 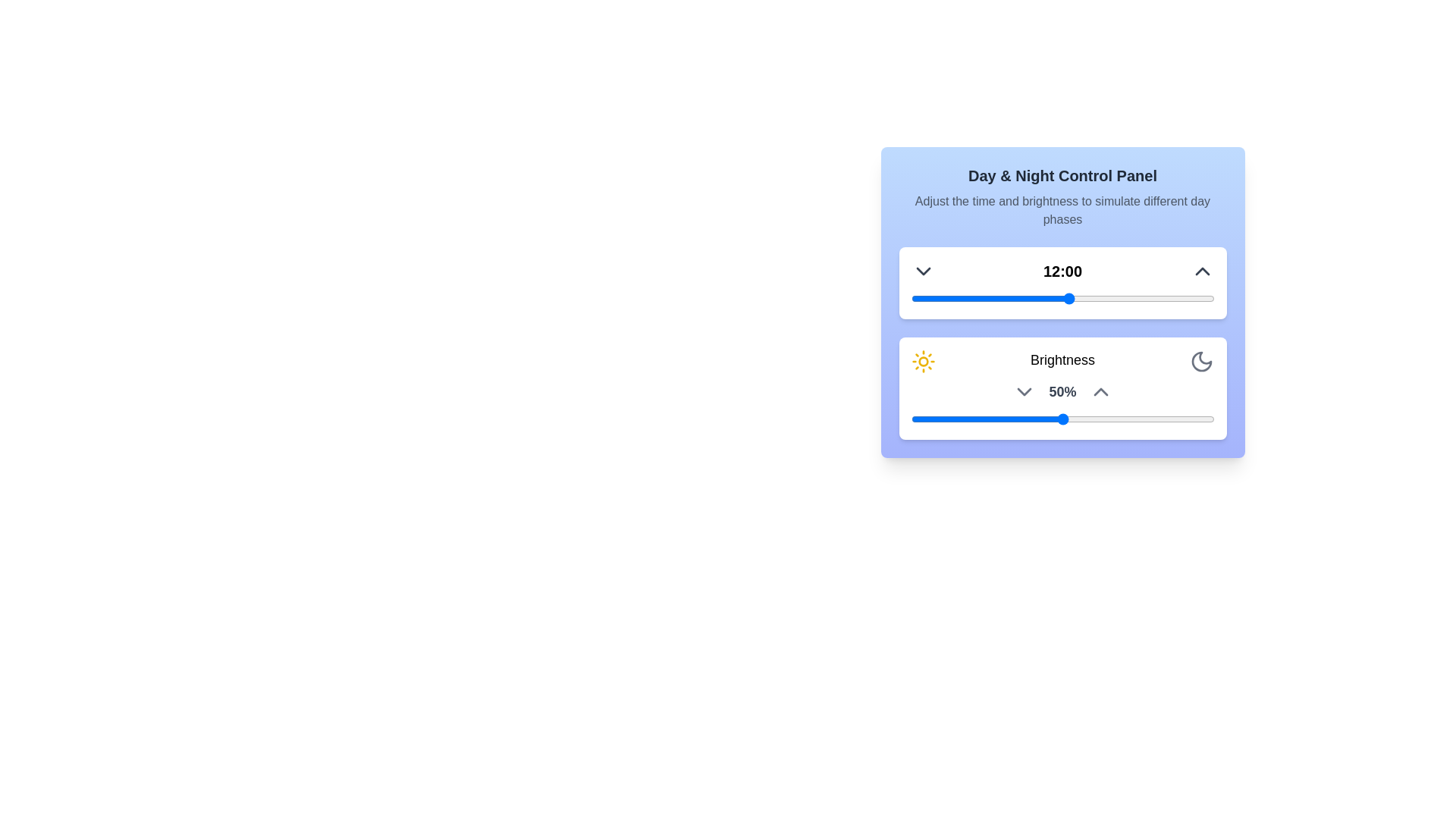 What do you see at coordinates (1062, 271) in the screenshot?
I see `the static text label displaying '12:00' in bold font, located within the 'Day & Night Control Panel' between the upward and downward arrow buttons` at bounding box center [1062, 271].